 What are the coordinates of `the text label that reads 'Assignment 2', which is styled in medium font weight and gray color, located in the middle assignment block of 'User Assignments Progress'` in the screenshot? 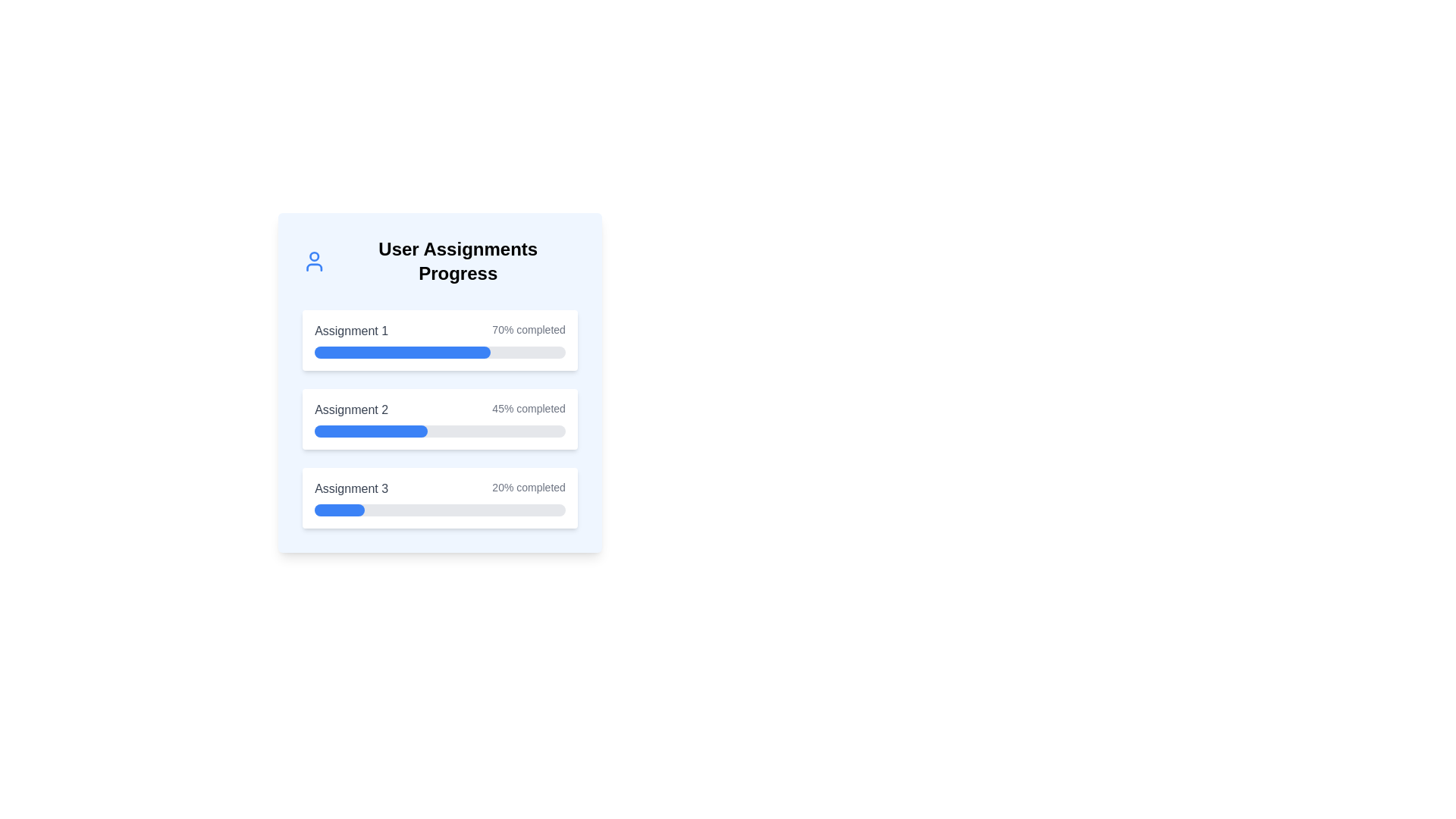 It's located at (350, 409).